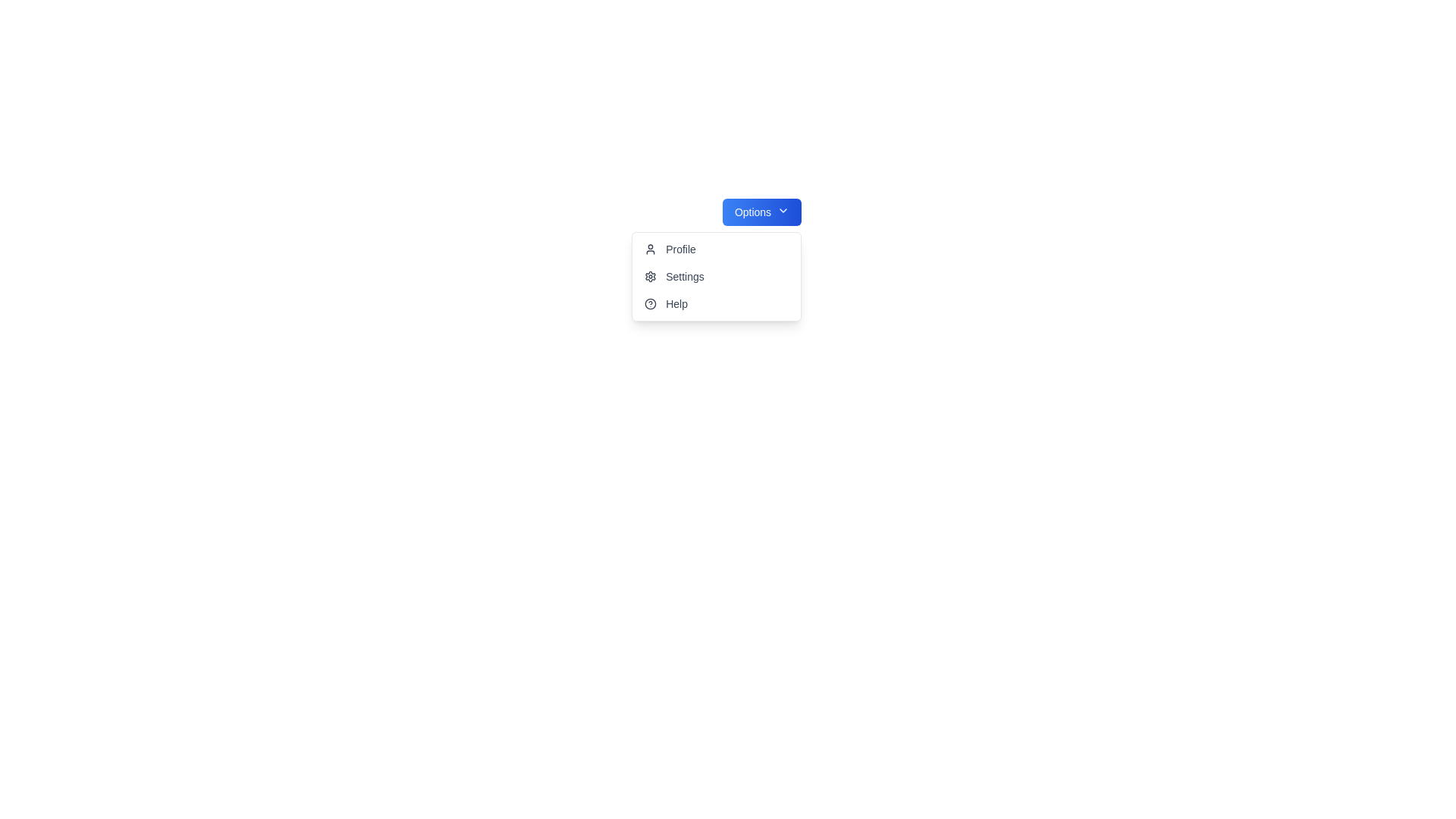  Describe the element at coordinates (716, 304) in the screenshot. I see `the 'Help' menu item in the dropdown menu` at that location.